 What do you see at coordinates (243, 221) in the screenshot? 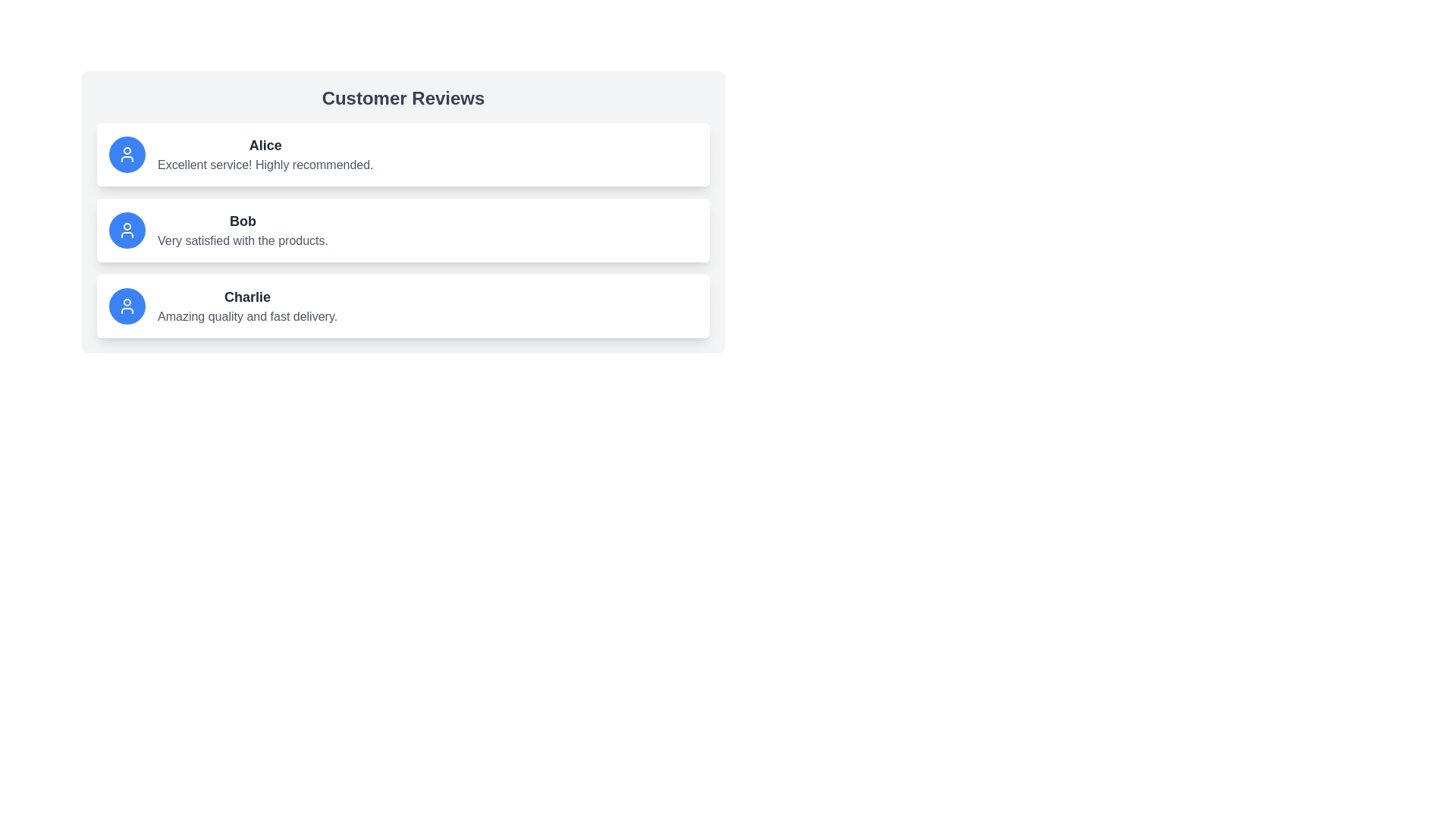
I see `the text label displaying the name 'Bob' which identifies the author of the review in the second review card under 'Customer Reviews'` at bounding box center [243, 221].